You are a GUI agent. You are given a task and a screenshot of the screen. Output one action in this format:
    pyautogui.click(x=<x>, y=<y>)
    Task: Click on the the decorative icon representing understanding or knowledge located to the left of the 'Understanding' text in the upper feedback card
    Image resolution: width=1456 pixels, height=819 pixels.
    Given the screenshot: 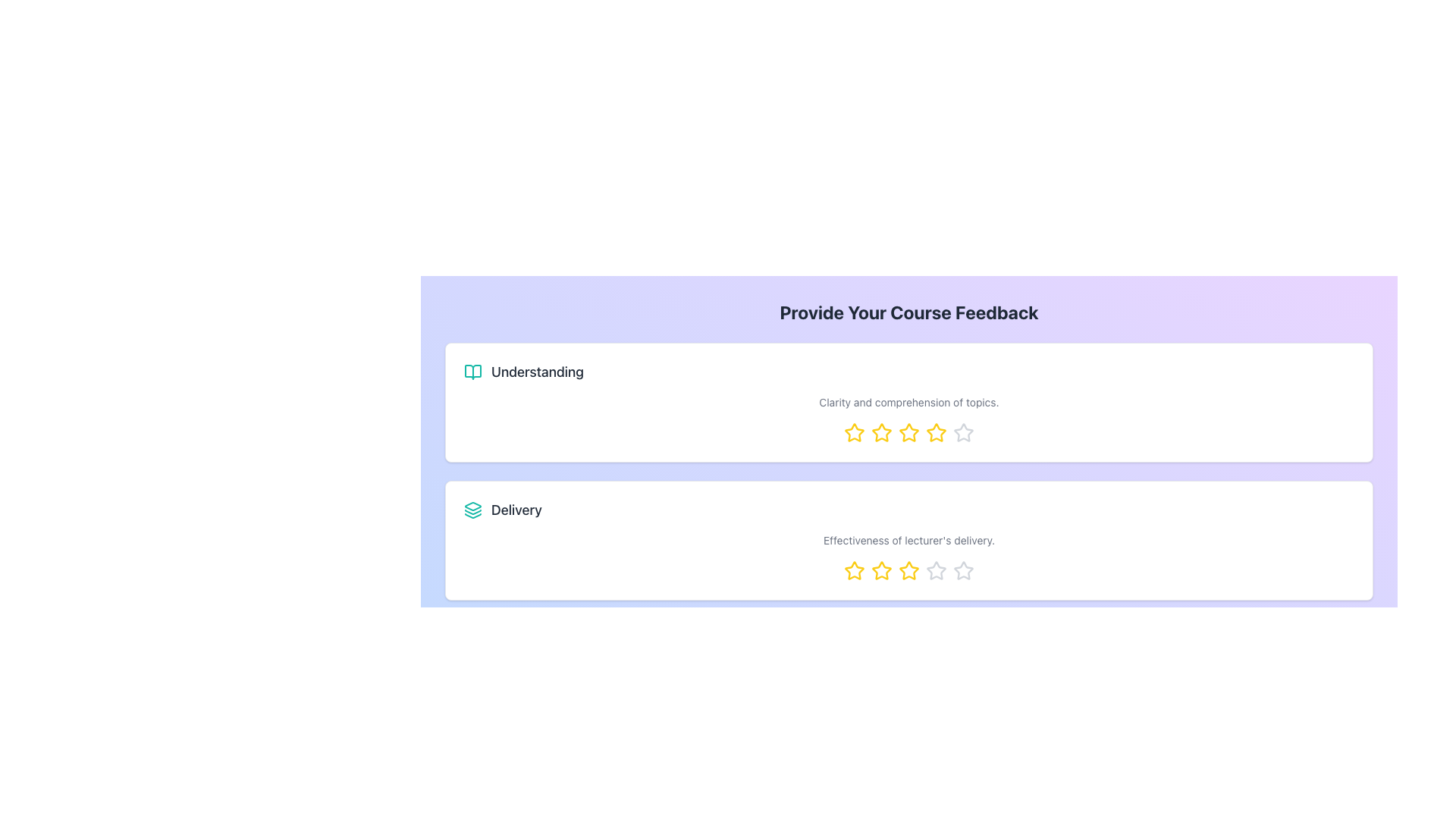 What is the action you would take?
    pyautogui.click(x=472, y=372)
    